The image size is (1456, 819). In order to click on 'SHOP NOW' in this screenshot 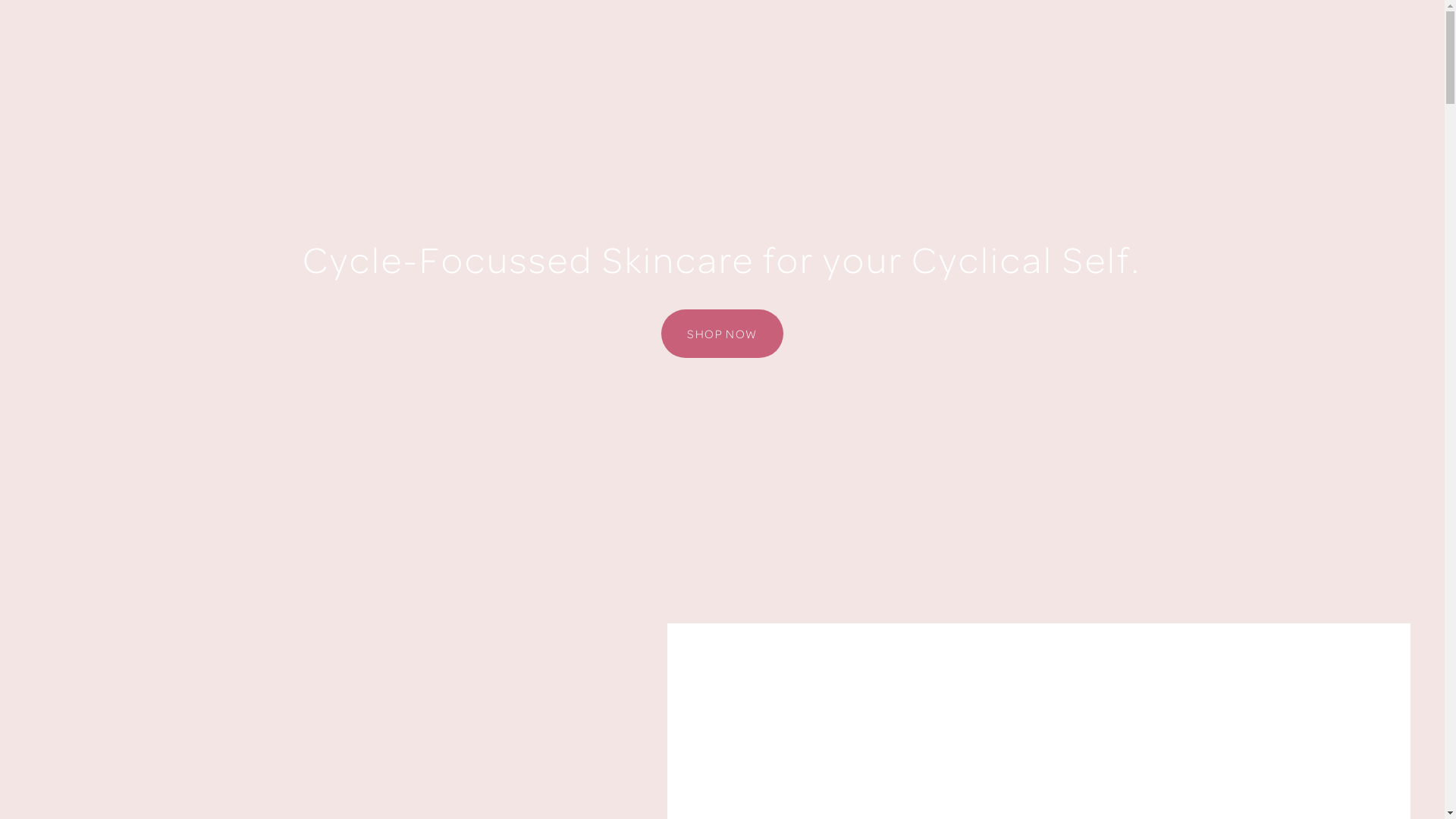, I will do `click(721, 332)`.